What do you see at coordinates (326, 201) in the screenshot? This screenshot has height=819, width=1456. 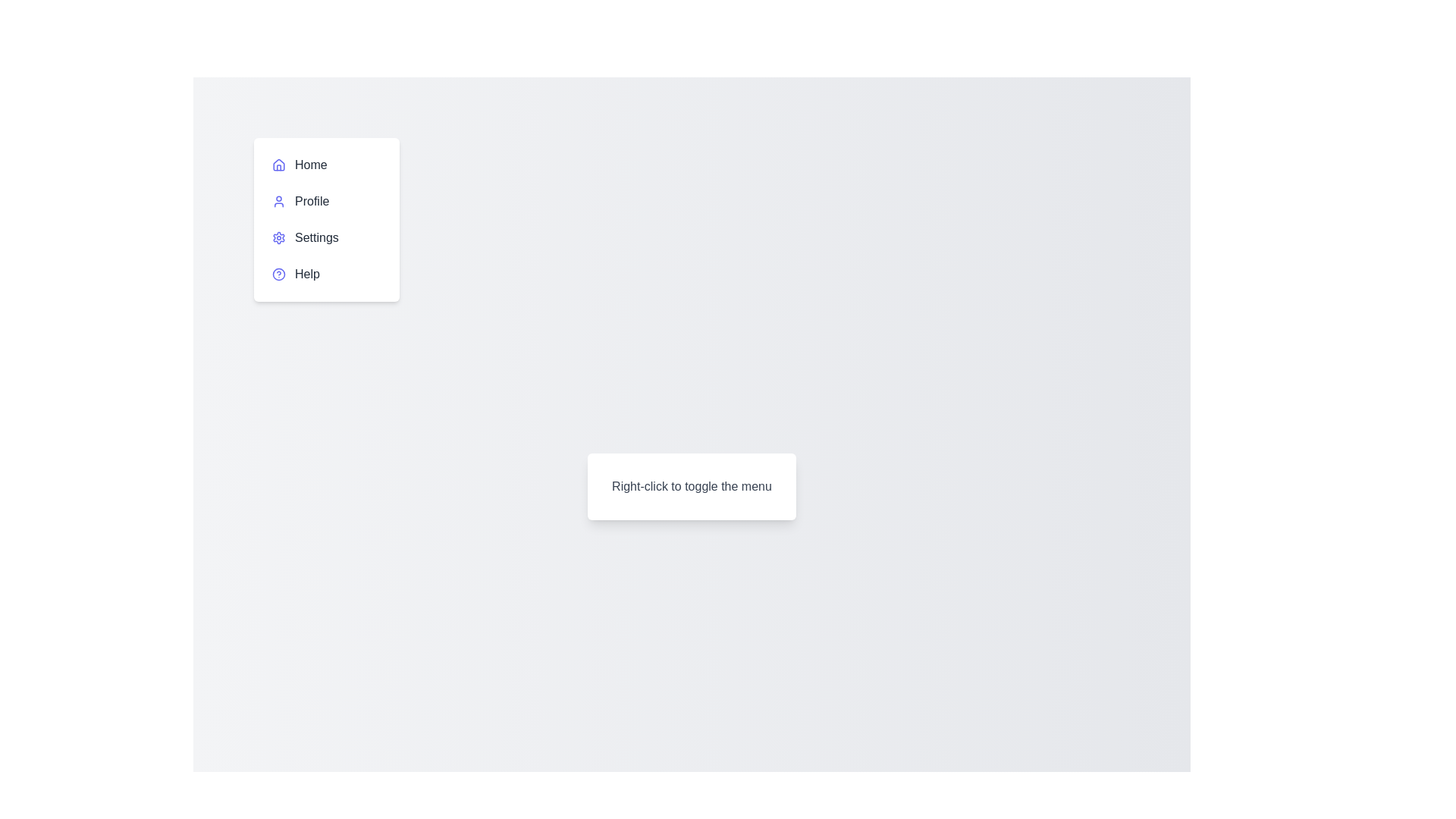 I see `the menu item Profile to highlight it` at bounding box center [326, 201].